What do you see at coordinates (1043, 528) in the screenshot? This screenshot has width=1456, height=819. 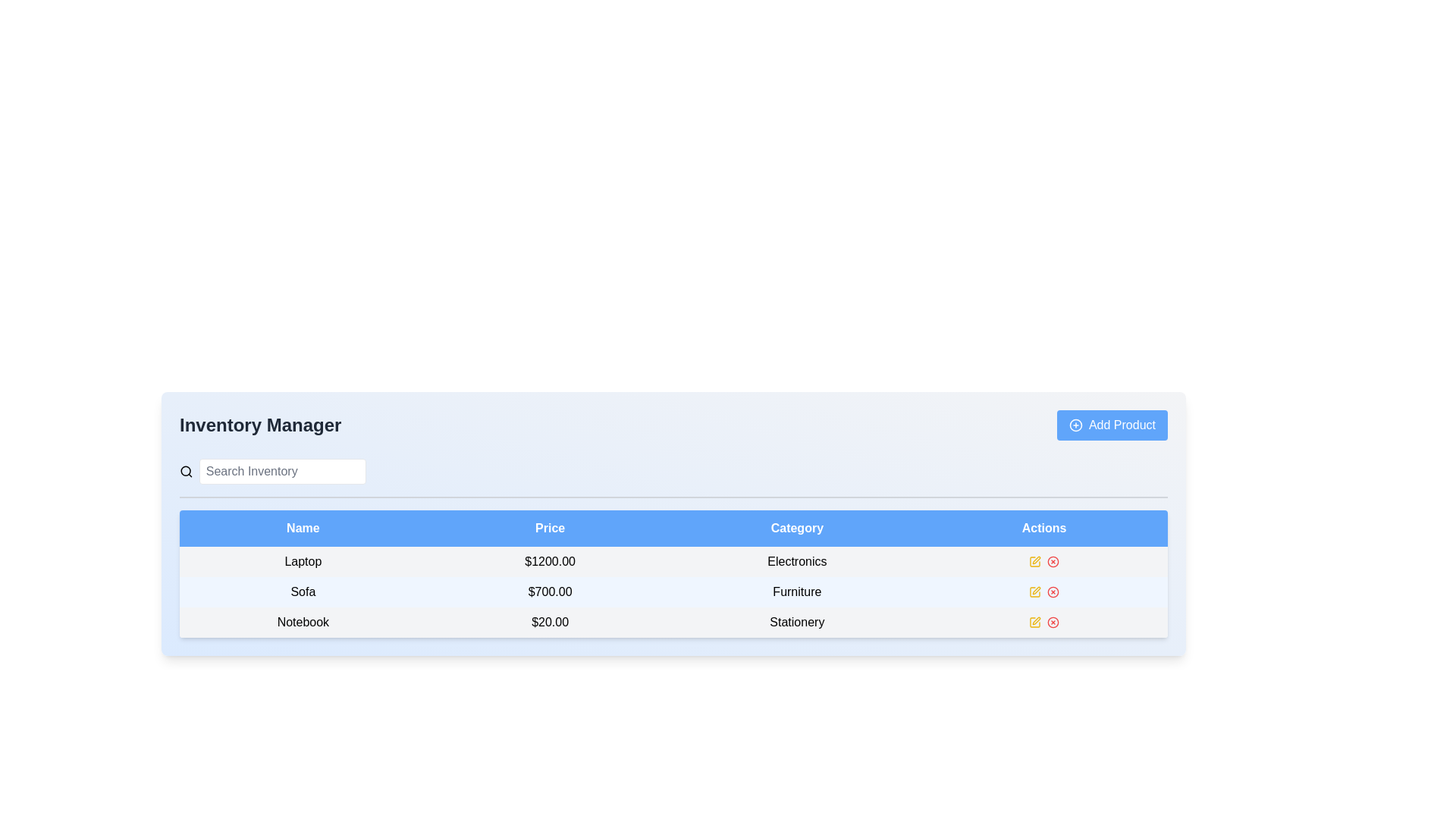 I see `the static text label displaying 'Actions' in a data table header, which is the fourth column header to the right of 'Category'` at bounding box center [1043, 528].